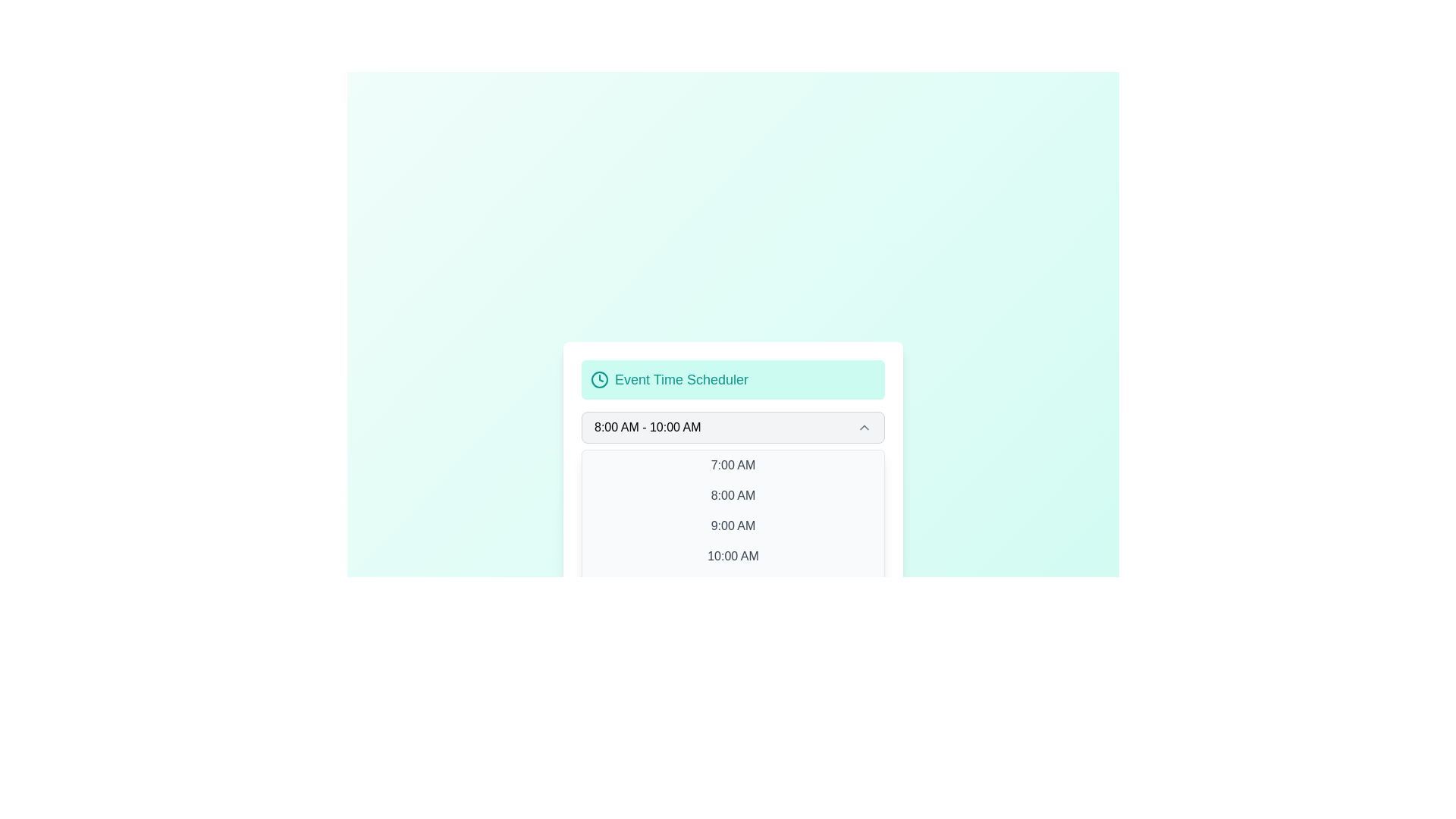 The height and width of the screenshot is (819, 1456). I want to click on the selectable time option labeled '9:00 AM' in the dropdown menu located beneath the '8:00 AM - 10:00 AM' time range selection field in the 'Event Time Scheduler' component, so click(733, 526).